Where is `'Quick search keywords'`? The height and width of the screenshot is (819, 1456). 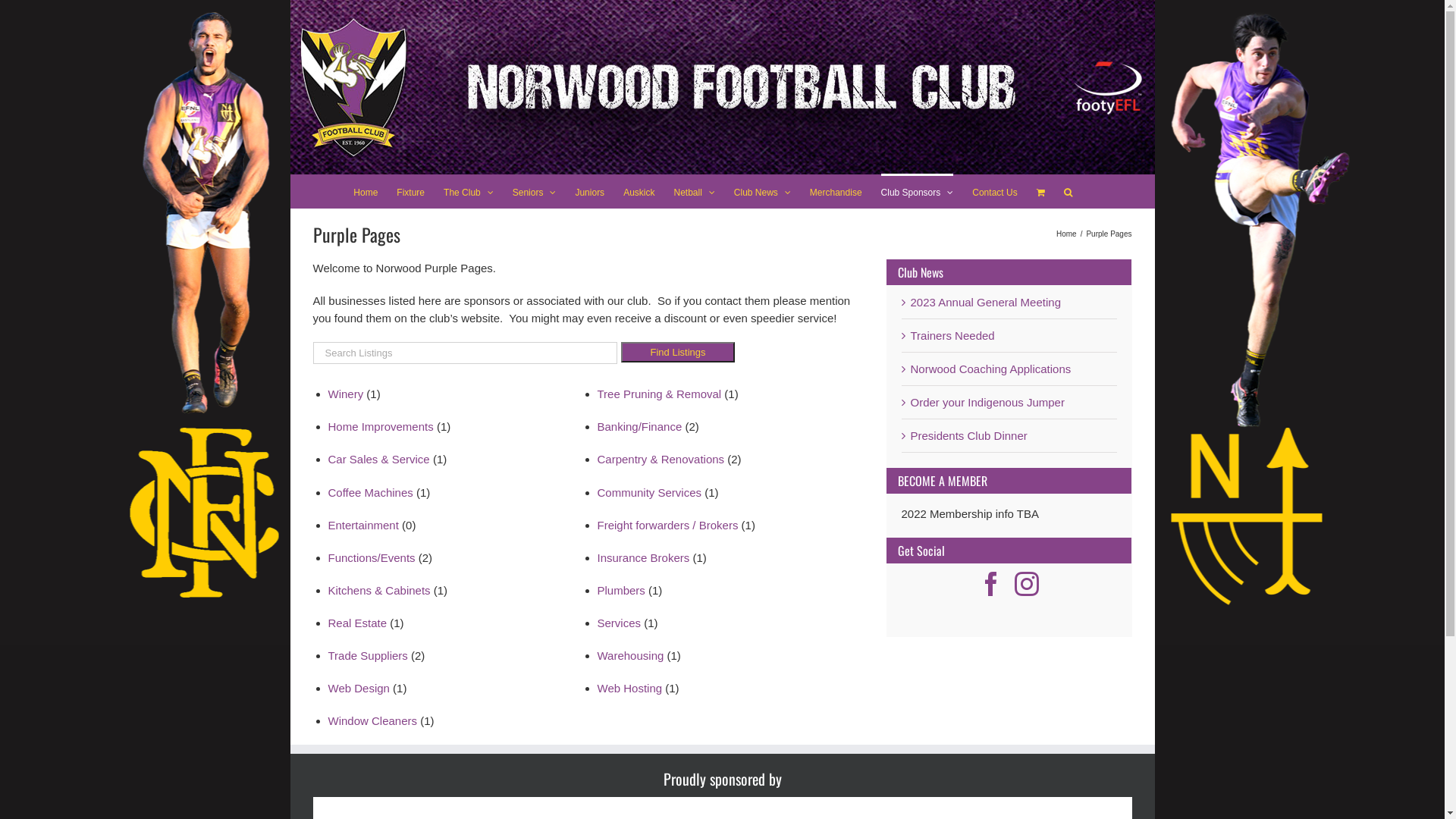 'Quick search keywords' is located at coordinates (464, 353).